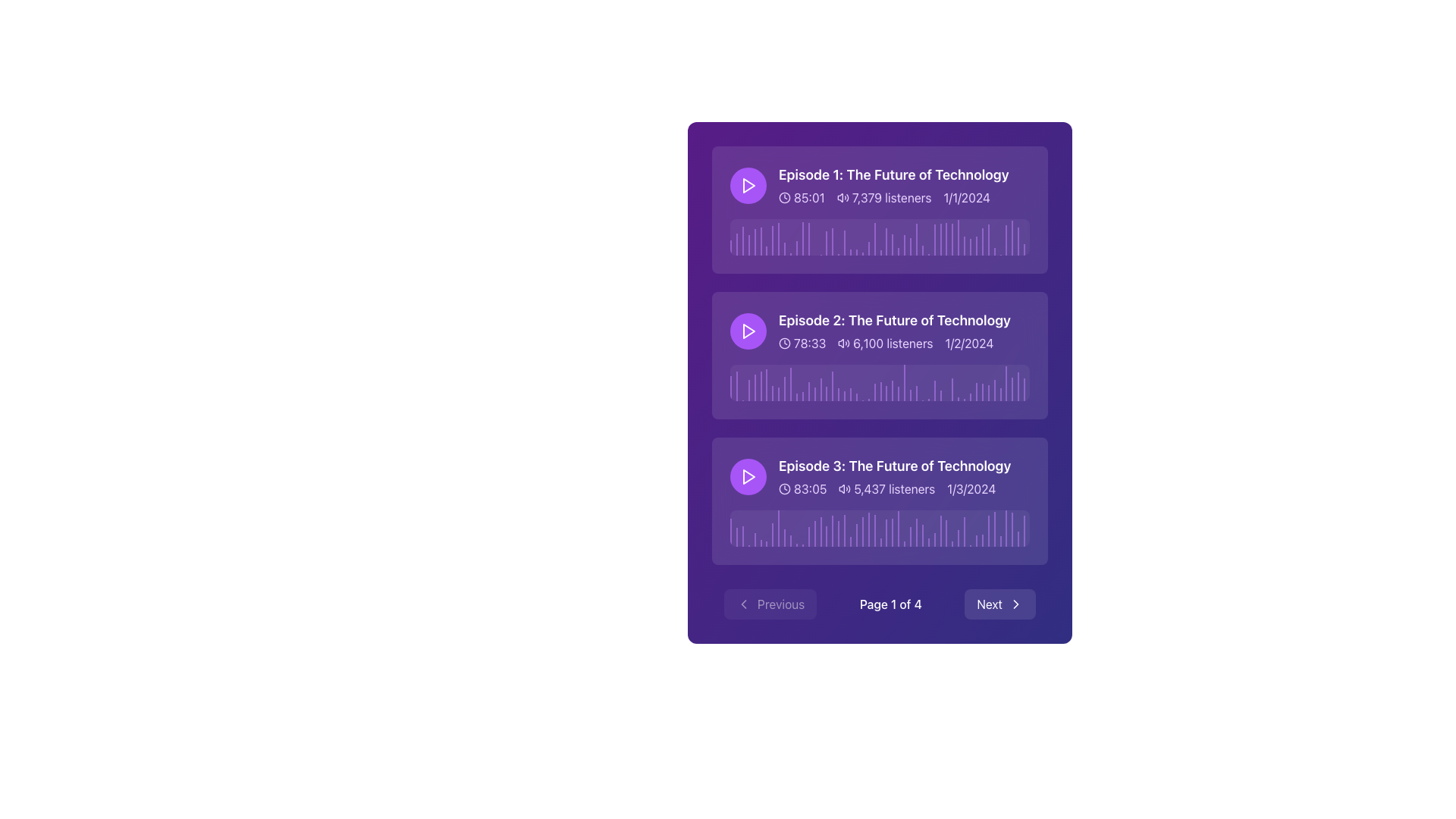 This screenshot has height=819, width=1456. Describe the element at coordinates (895, 320) in the screenshot. I see `the title text label of Episode 2, which is centrally positioned in the second row of the list-like structure` at that location.